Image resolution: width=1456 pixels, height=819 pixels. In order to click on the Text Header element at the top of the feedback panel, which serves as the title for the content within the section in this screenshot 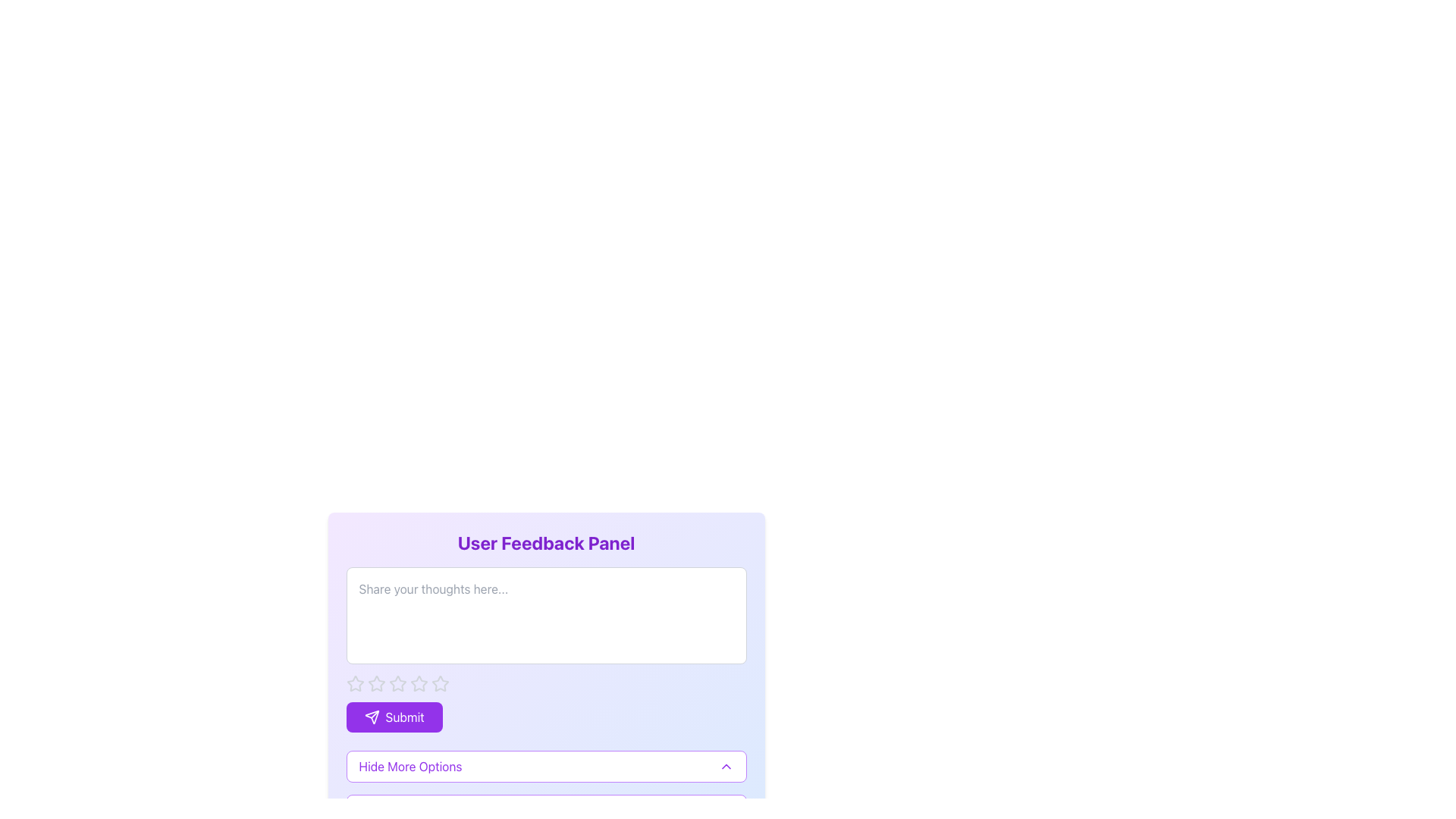, I will do `click(546, 542)`.